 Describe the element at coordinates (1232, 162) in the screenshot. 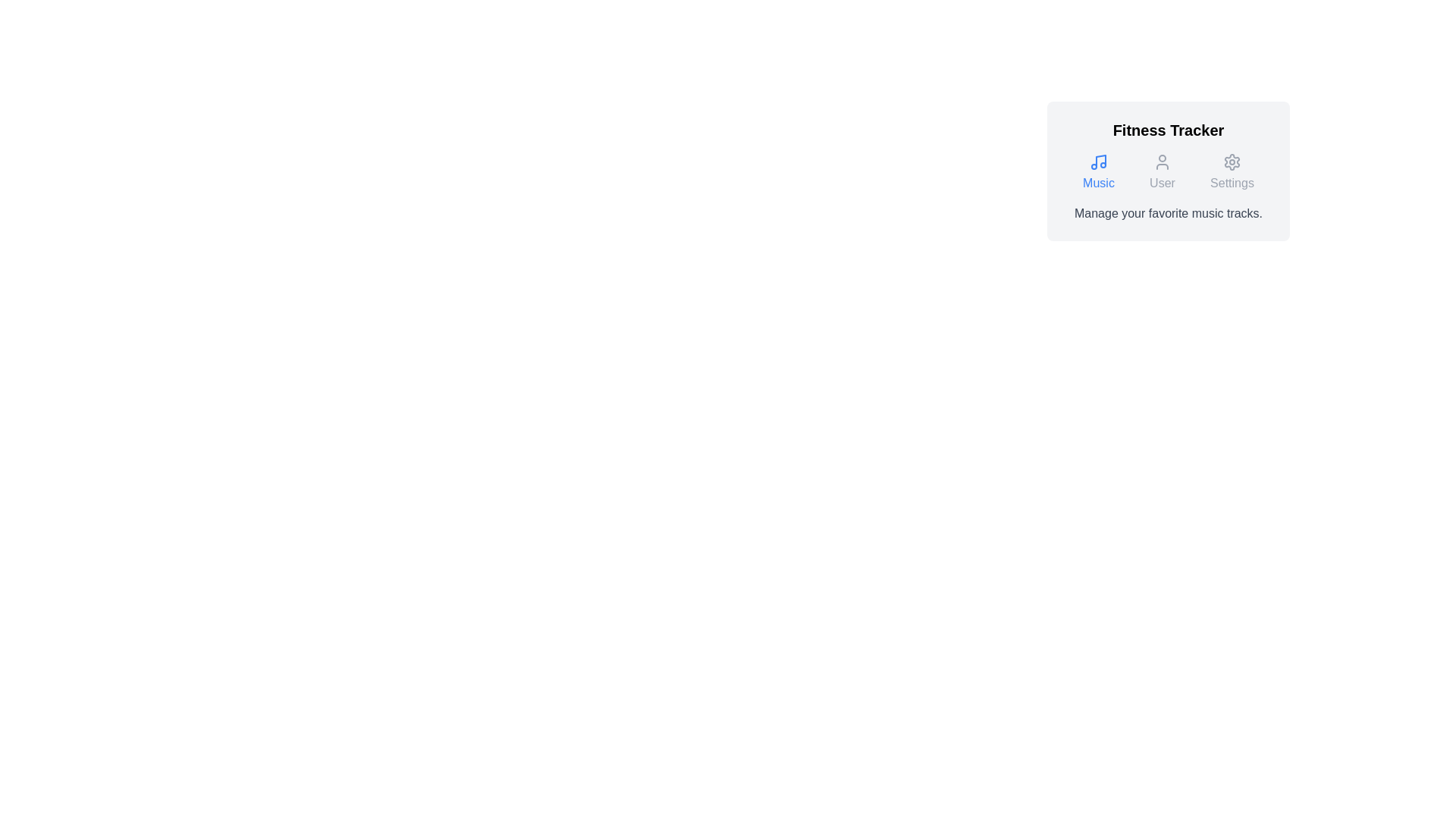

I see `the cogwheel-shaped icon located in the top right of the 'Fitness Tracker' widget` at that location.